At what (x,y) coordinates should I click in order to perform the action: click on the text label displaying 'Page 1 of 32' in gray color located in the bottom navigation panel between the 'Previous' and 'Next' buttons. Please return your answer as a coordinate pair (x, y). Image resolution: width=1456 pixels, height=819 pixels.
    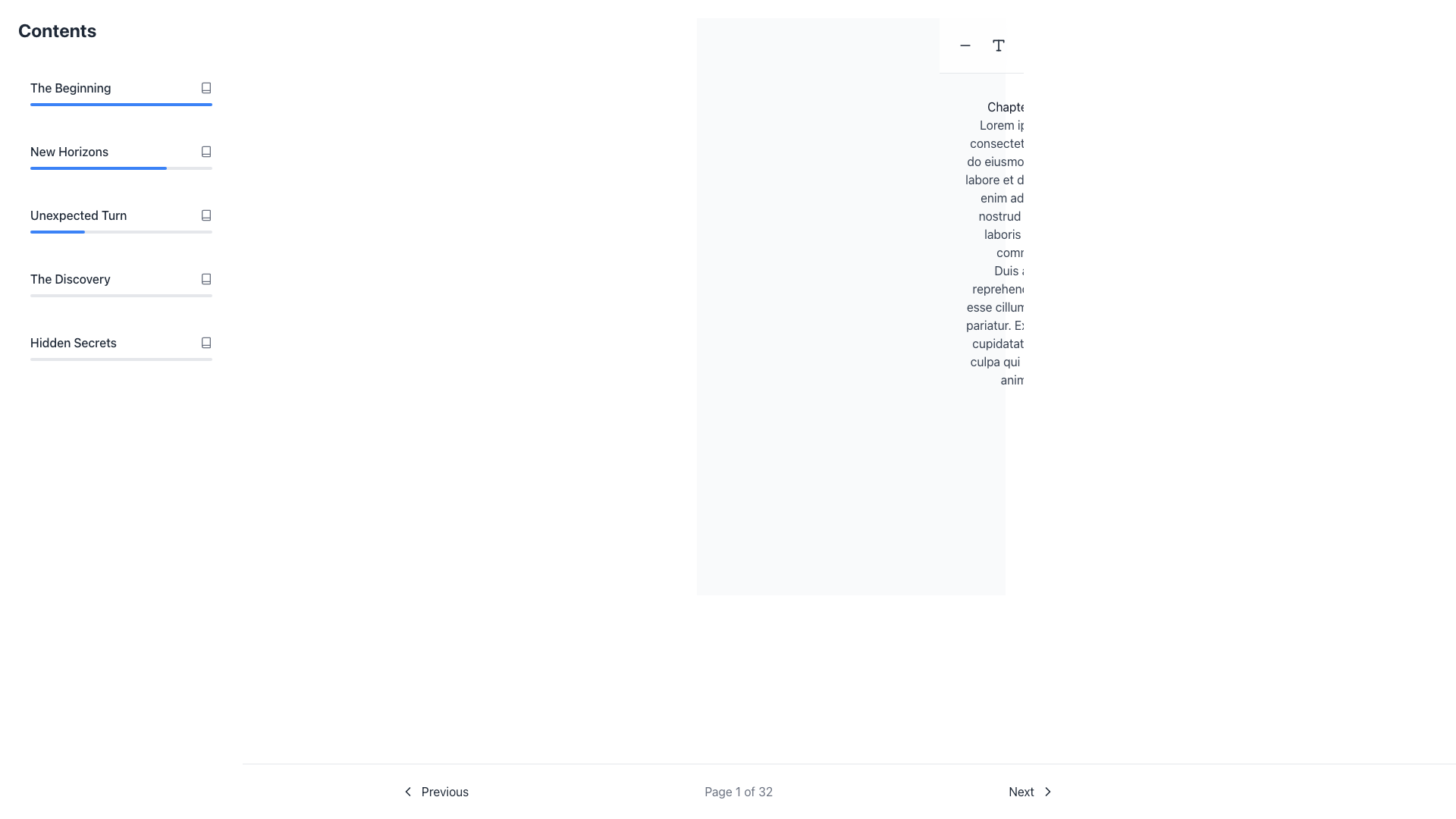
    Looking at the image, I should click on (739, 791).